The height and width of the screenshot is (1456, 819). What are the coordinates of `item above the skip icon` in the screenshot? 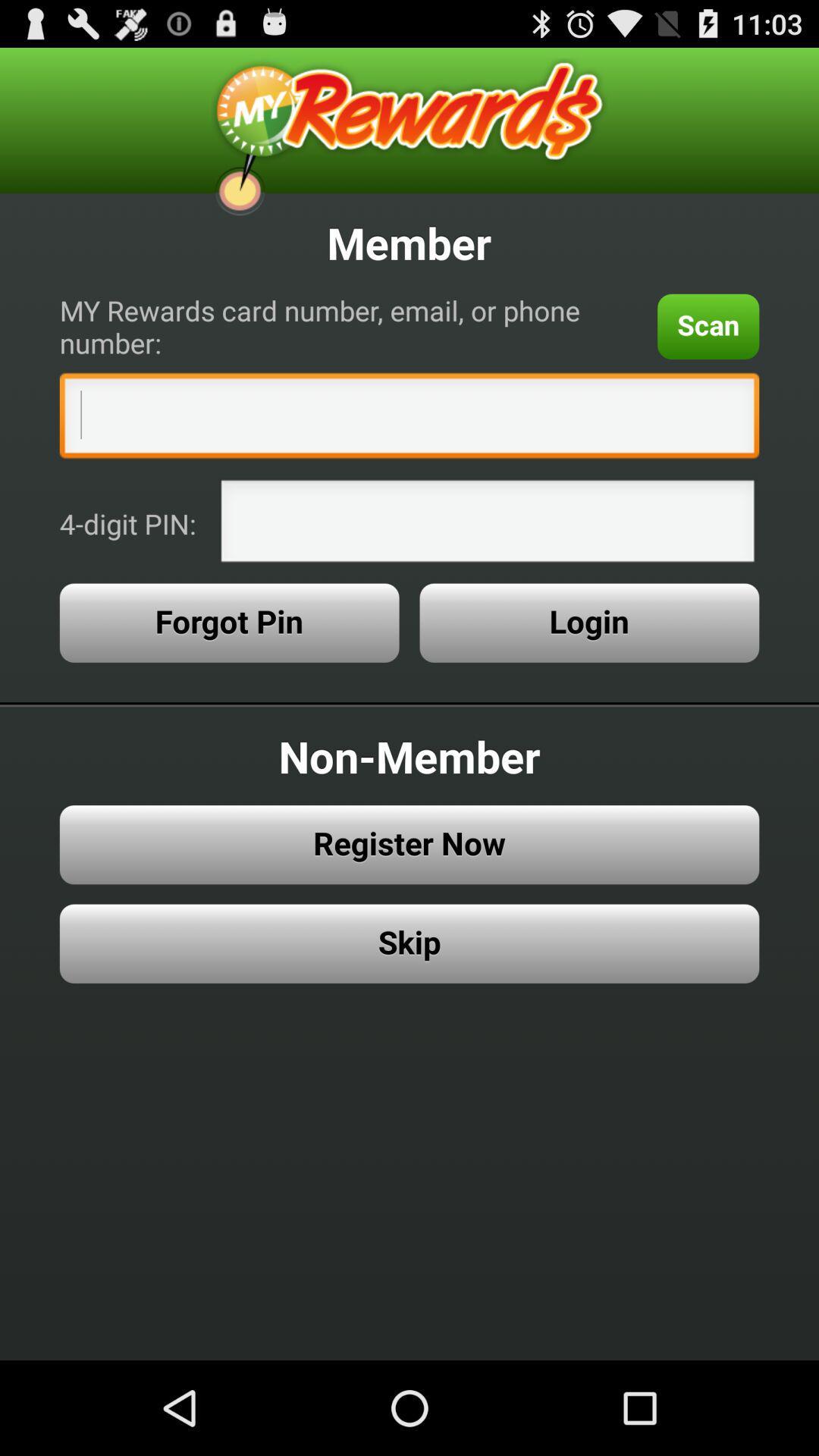 It's located at (409, 844).